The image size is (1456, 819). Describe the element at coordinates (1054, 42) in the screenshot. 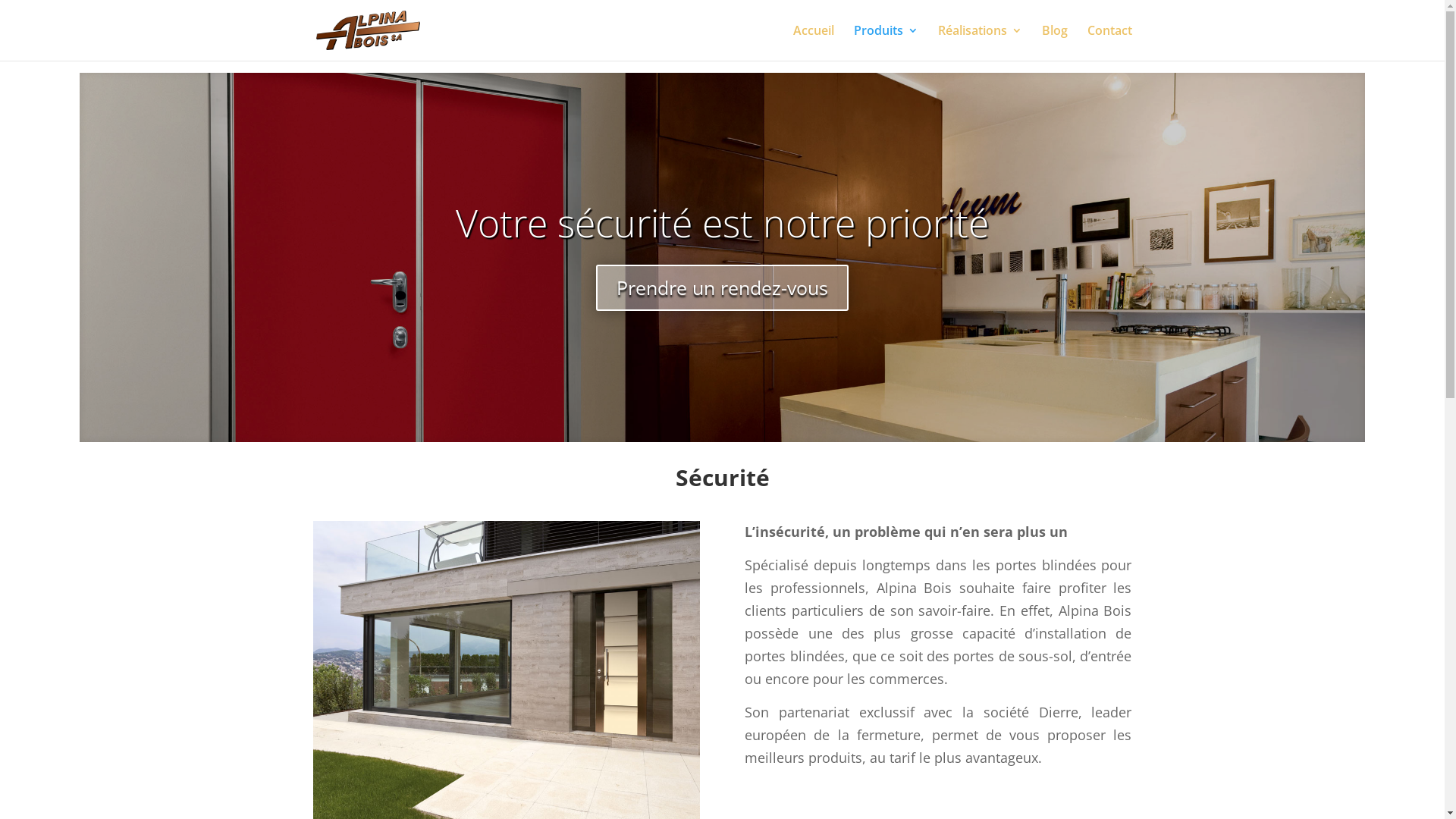

I see `'Blog'` at that location.